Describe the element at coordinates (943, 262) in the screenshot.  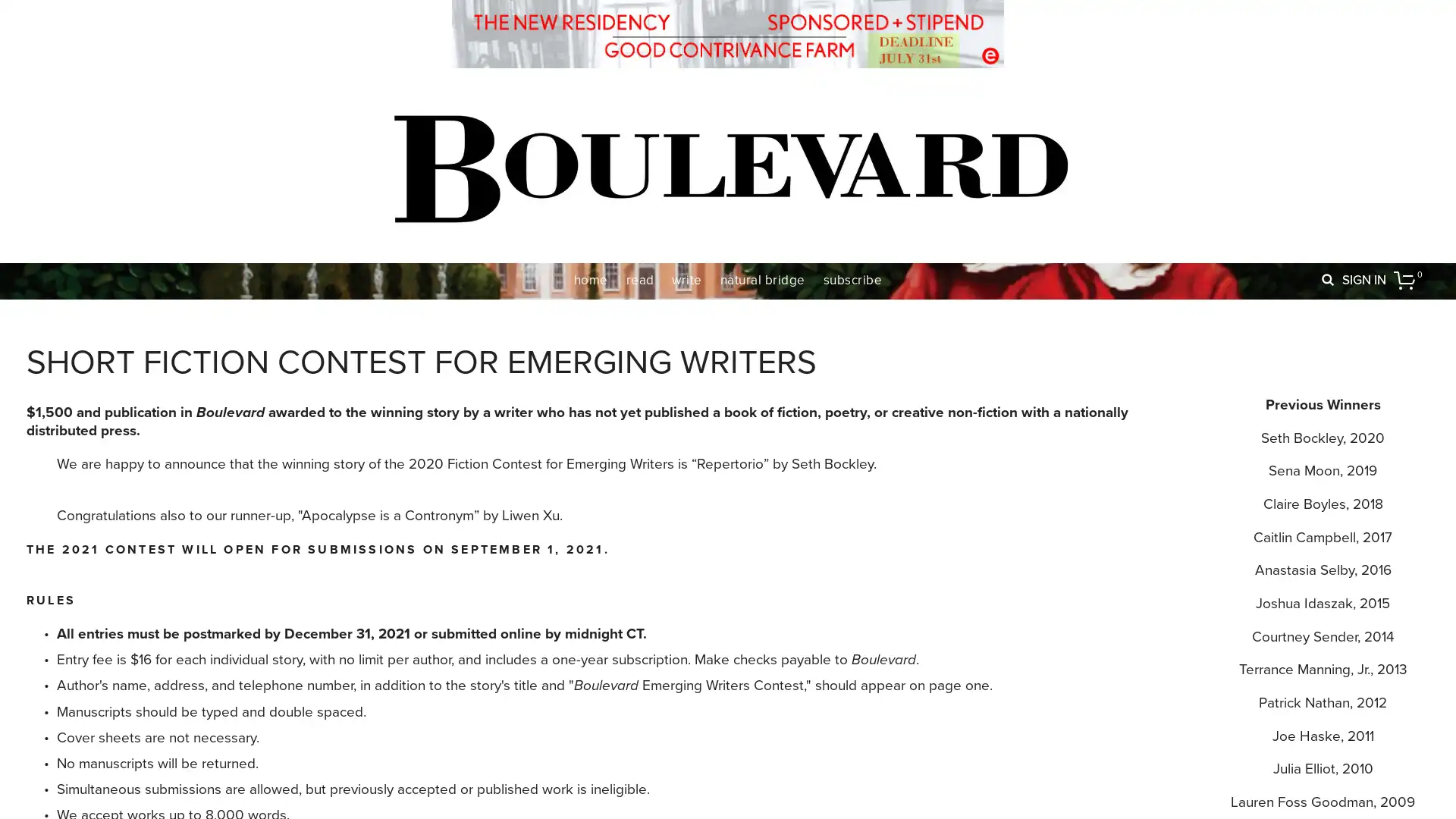
I see `Close` at that location.